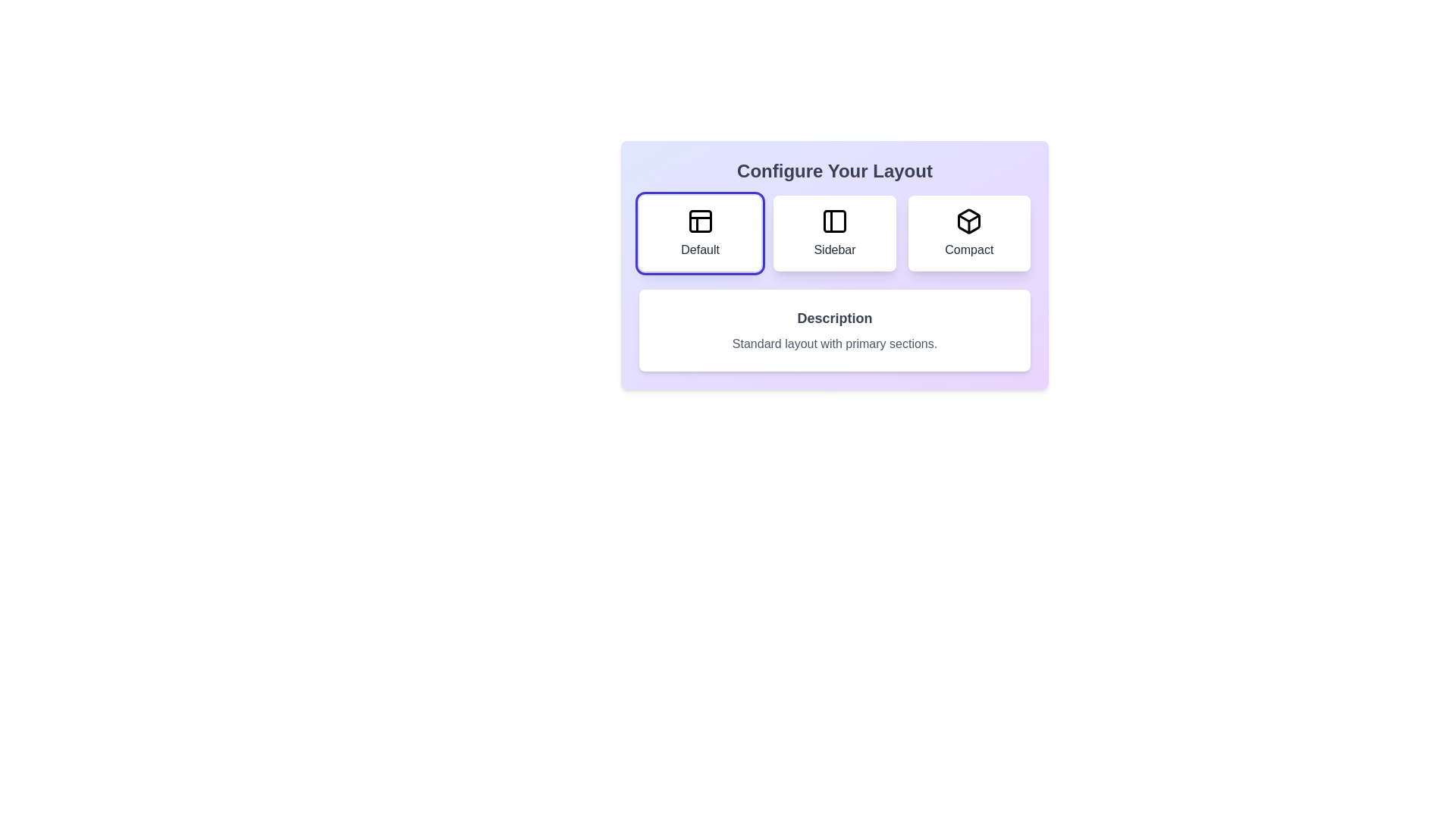  I want to click on the layout by clicking the button labeled Default, so click(699, 234).